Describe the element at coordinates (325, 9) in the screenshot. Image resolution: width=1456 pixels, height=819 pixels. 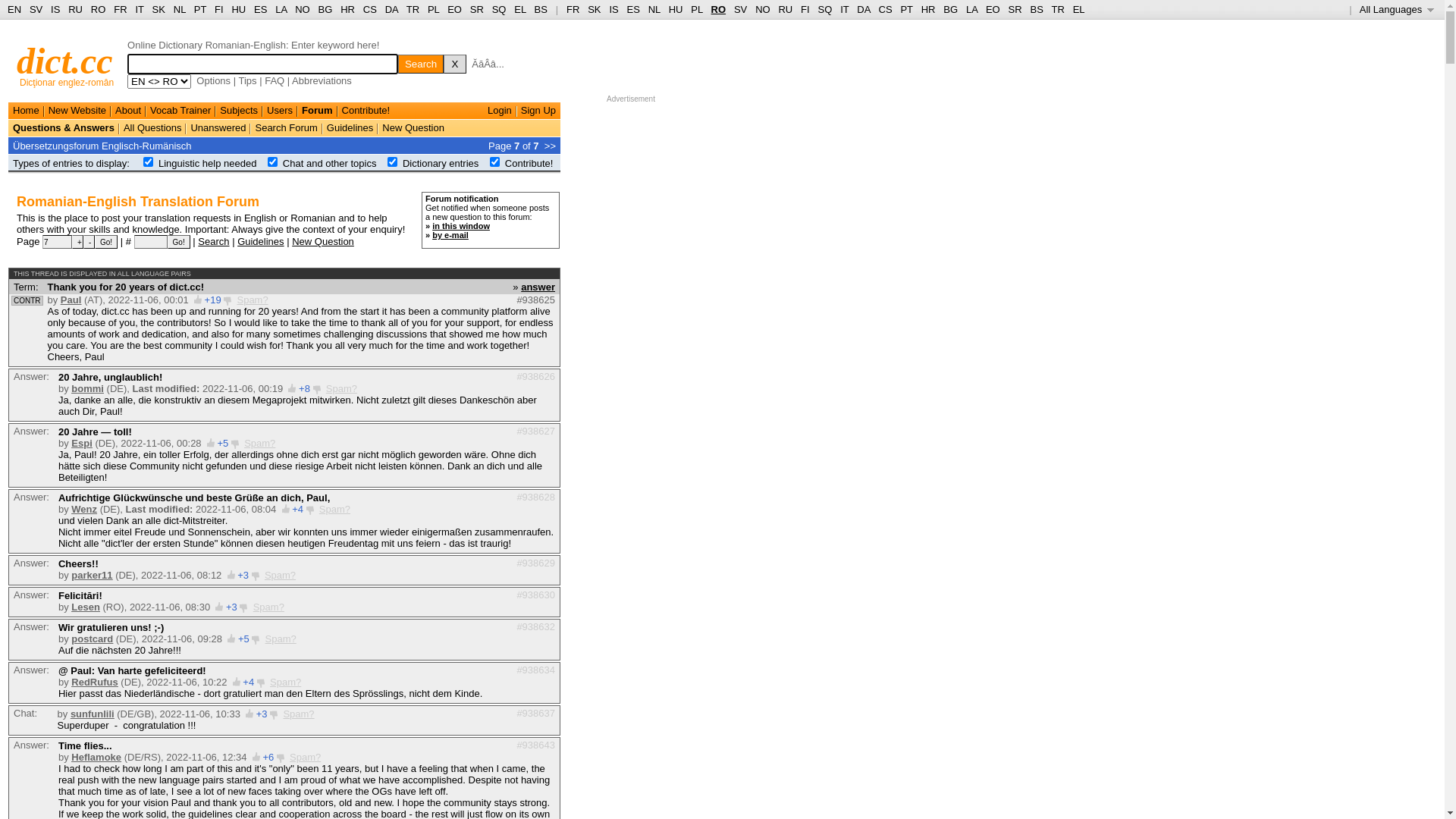
I see `'BG'` at that location.